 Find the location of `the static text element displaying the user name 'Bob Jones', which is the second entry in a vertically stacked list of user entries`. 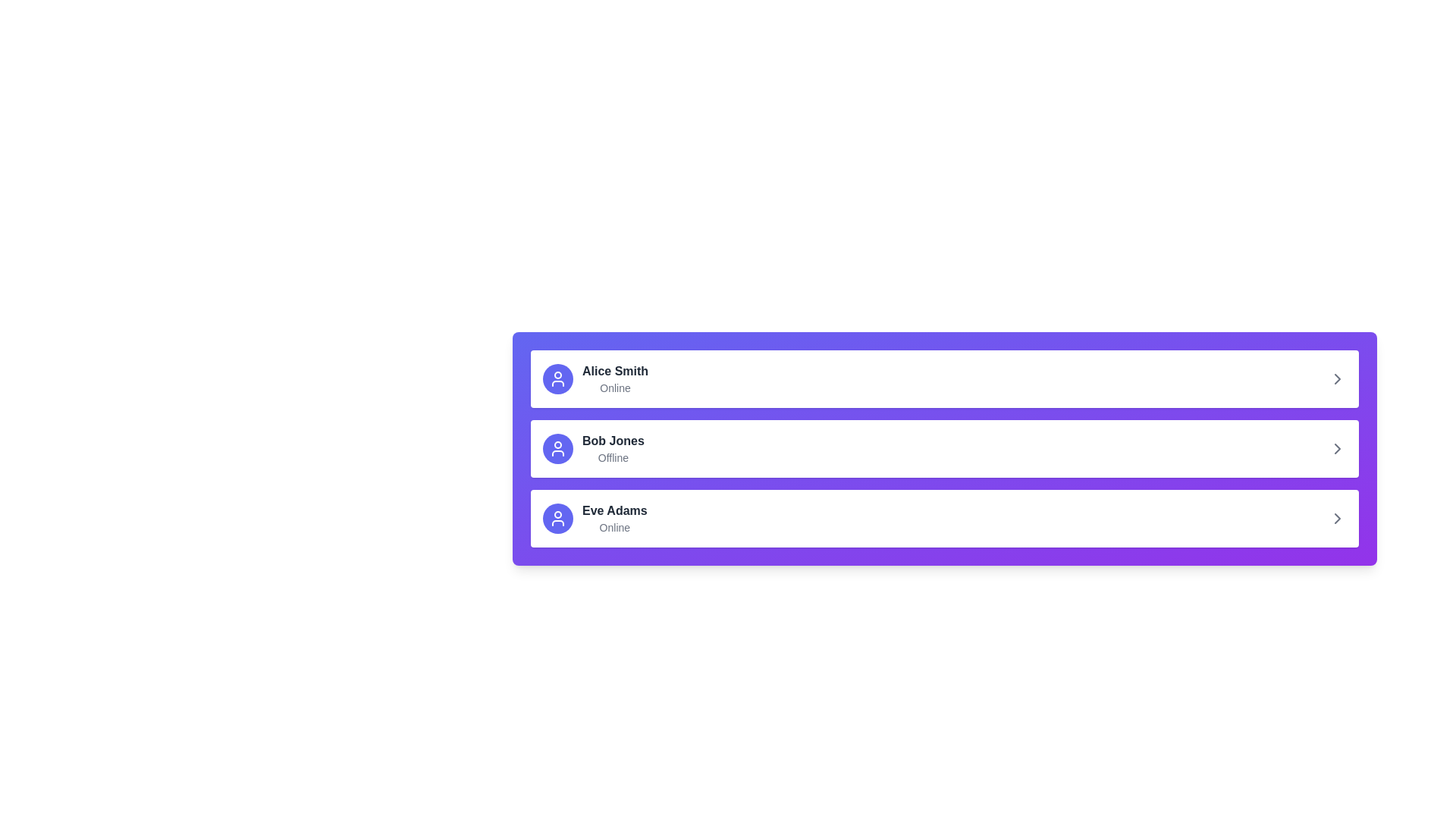

the static text element displaying the user name 'Bob Jones', which is the second entry in a vertically stacked list of user entries is located at coordinates (613, 441).